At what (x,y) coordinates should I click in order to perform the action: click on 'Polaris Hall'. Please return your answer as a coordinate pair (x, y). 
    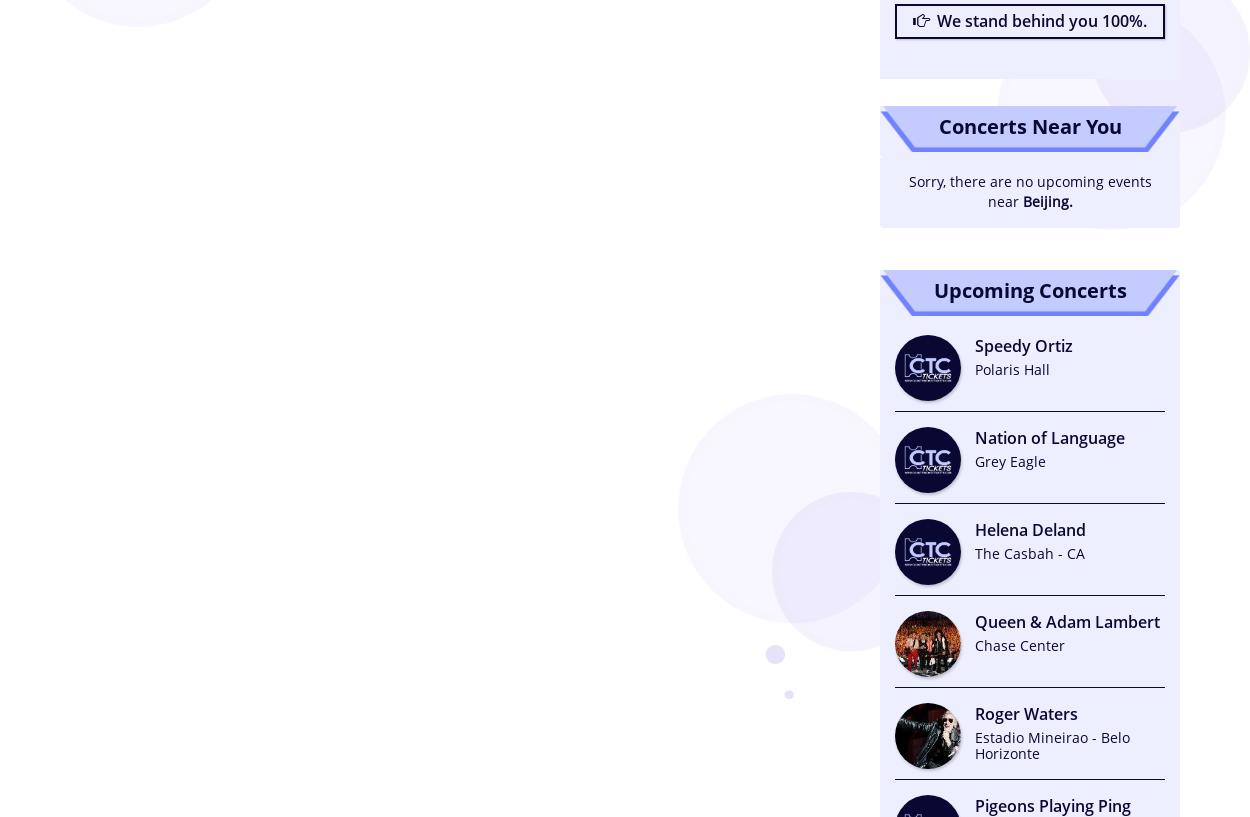
    Looking at the image, I should click on (974, 367).